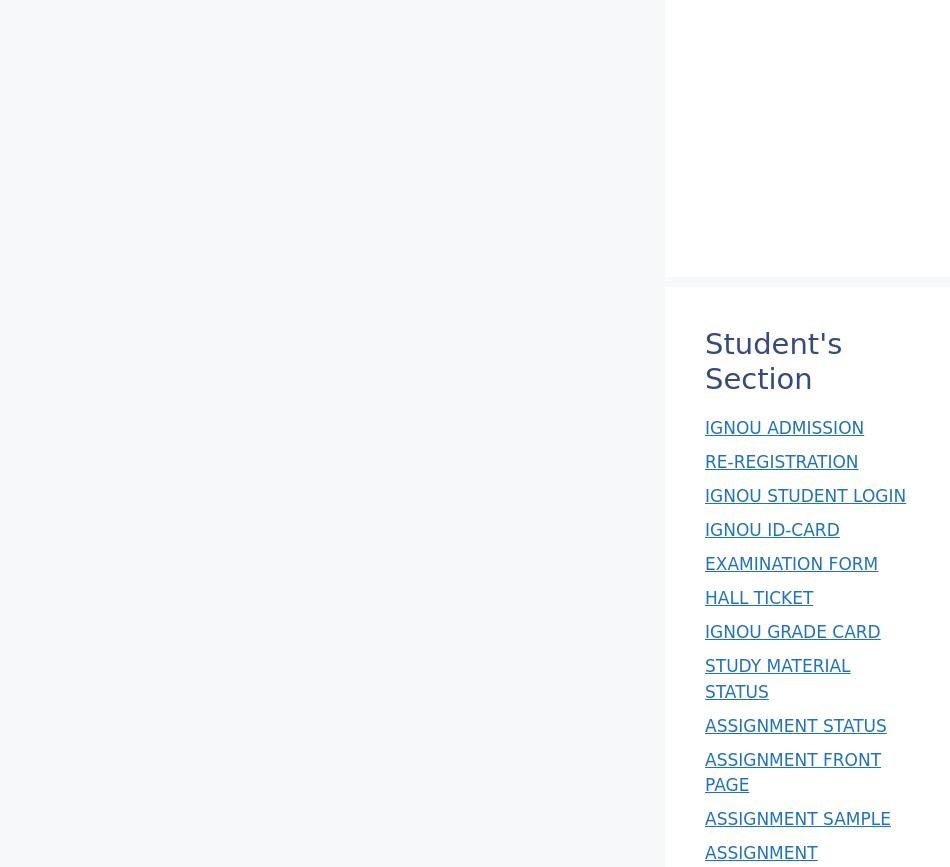 Image resolution: width=950 pixels, height=867 pixels. I want to click on 'IGNOU ADMISSION', so click(783, 428).